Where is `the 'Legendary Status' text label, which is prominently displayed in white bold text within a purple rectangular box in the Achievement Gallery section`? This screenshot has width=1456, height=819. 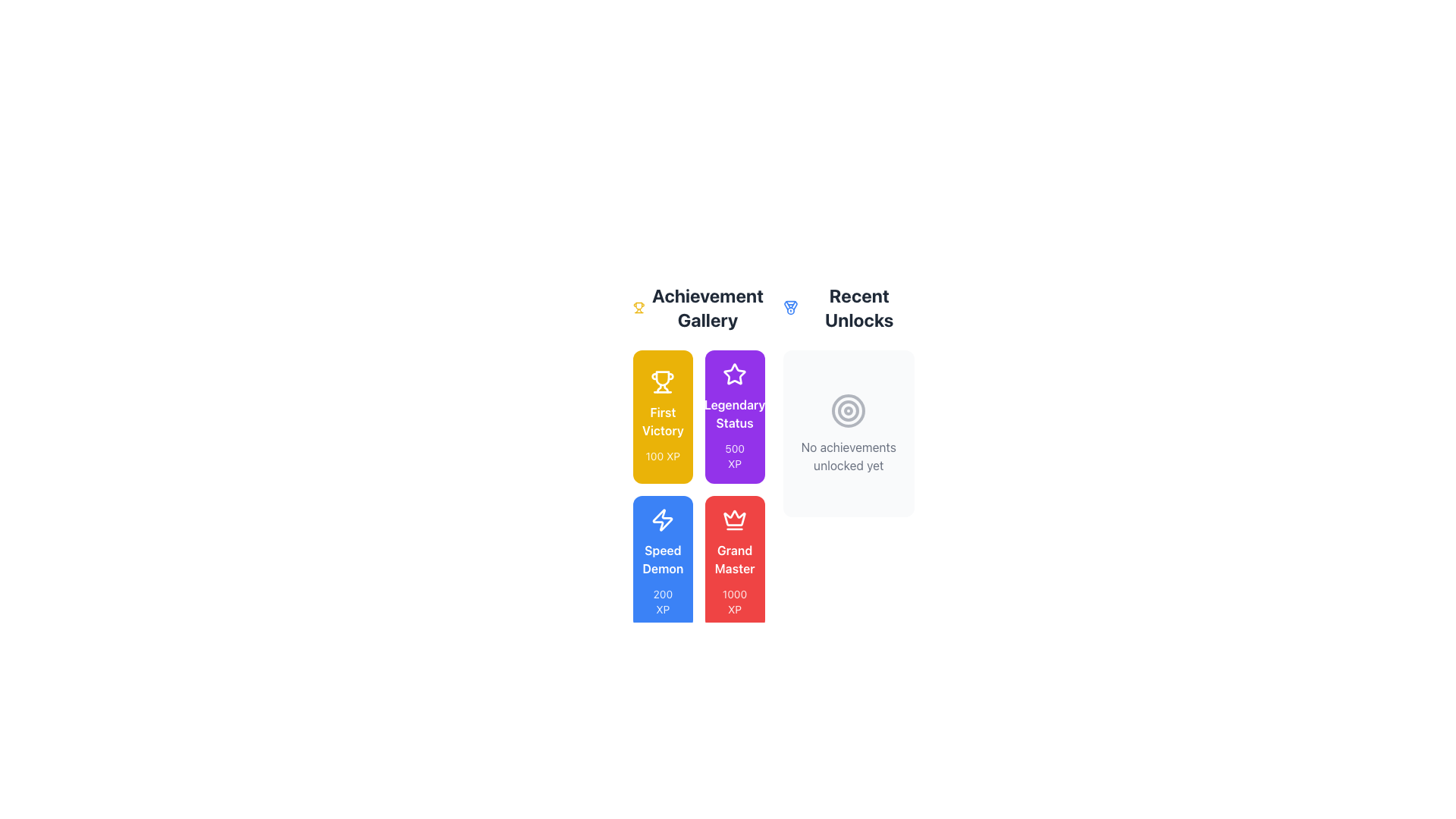
the 'Legendary Status' text label, which is prominently displayed in white bold text within a purple rectangular box in the Achievement Gallery section is located at coordinates (735, 414).